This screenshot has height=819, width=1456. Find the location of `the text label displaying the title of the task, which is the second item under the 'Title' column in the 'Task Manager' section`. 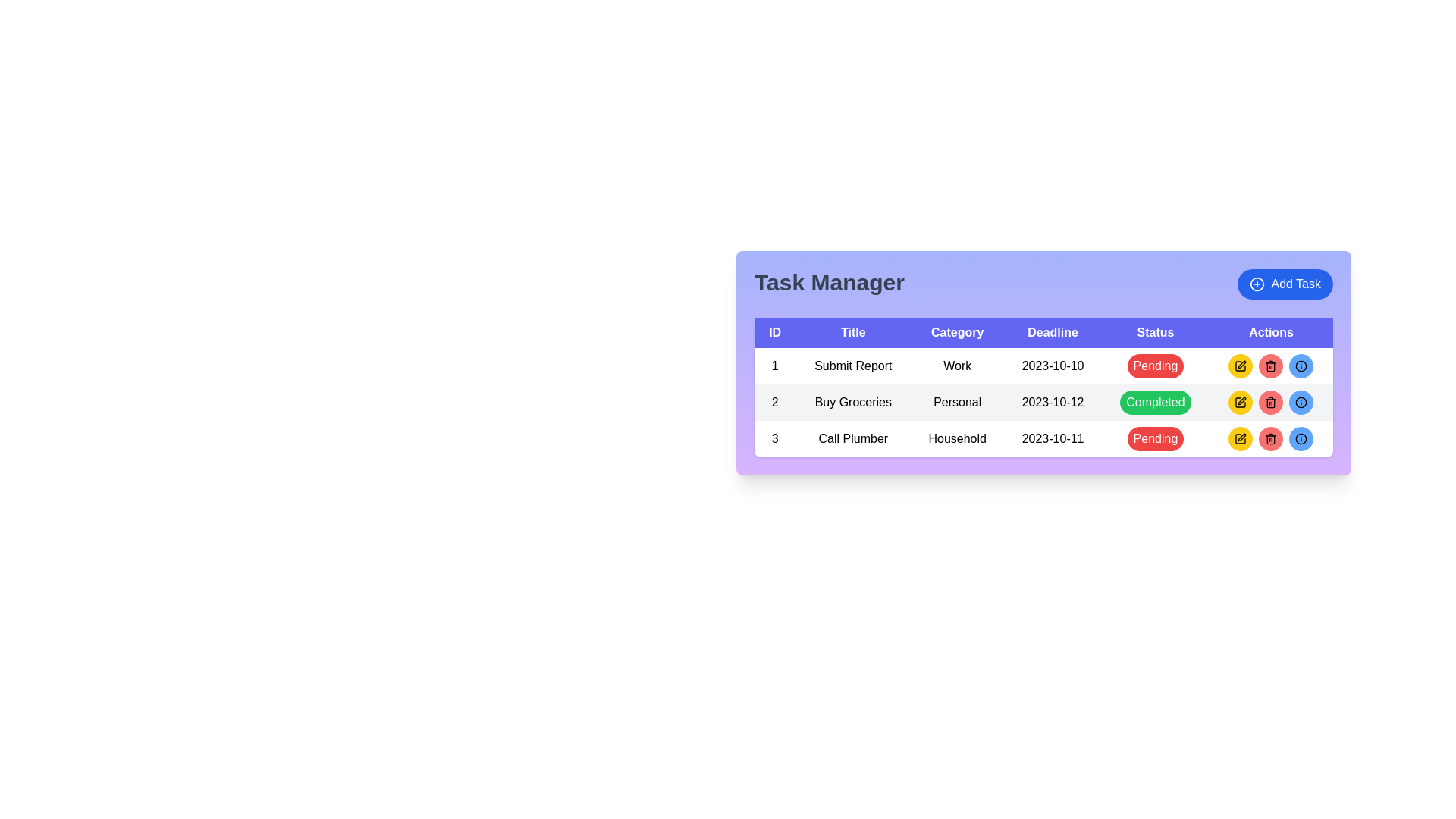

the text label displaying the title of the task, which is the second item under the 'Title' column in the 'Task Manager' section is located at coordinates (853, 402).